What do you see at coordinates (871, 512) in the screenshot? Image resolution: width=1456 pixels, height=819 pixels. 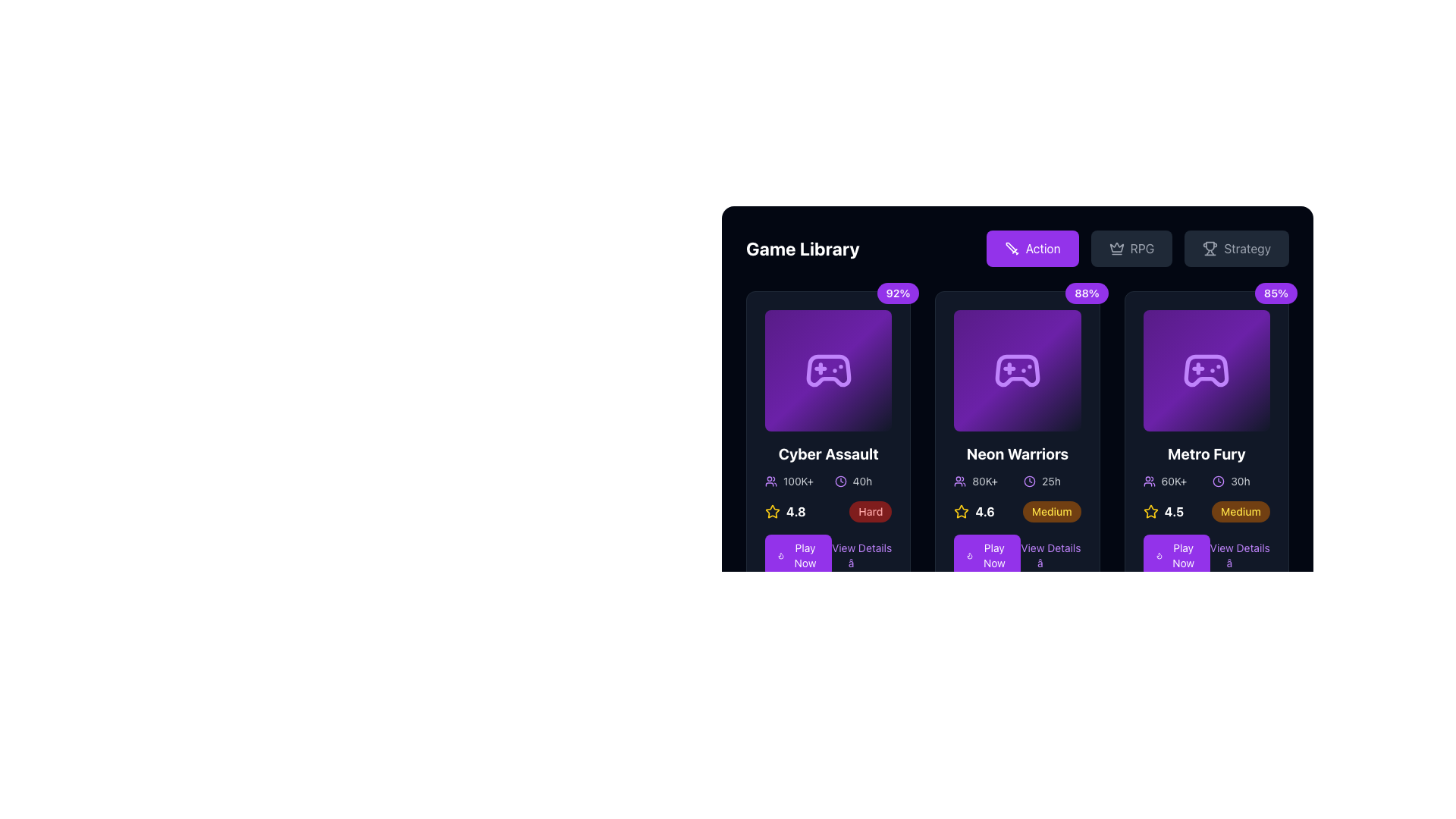 I see `the pill-shaped label with a deep red background containing the word 'Hard' in light pink` at bounding box center [871, 512].